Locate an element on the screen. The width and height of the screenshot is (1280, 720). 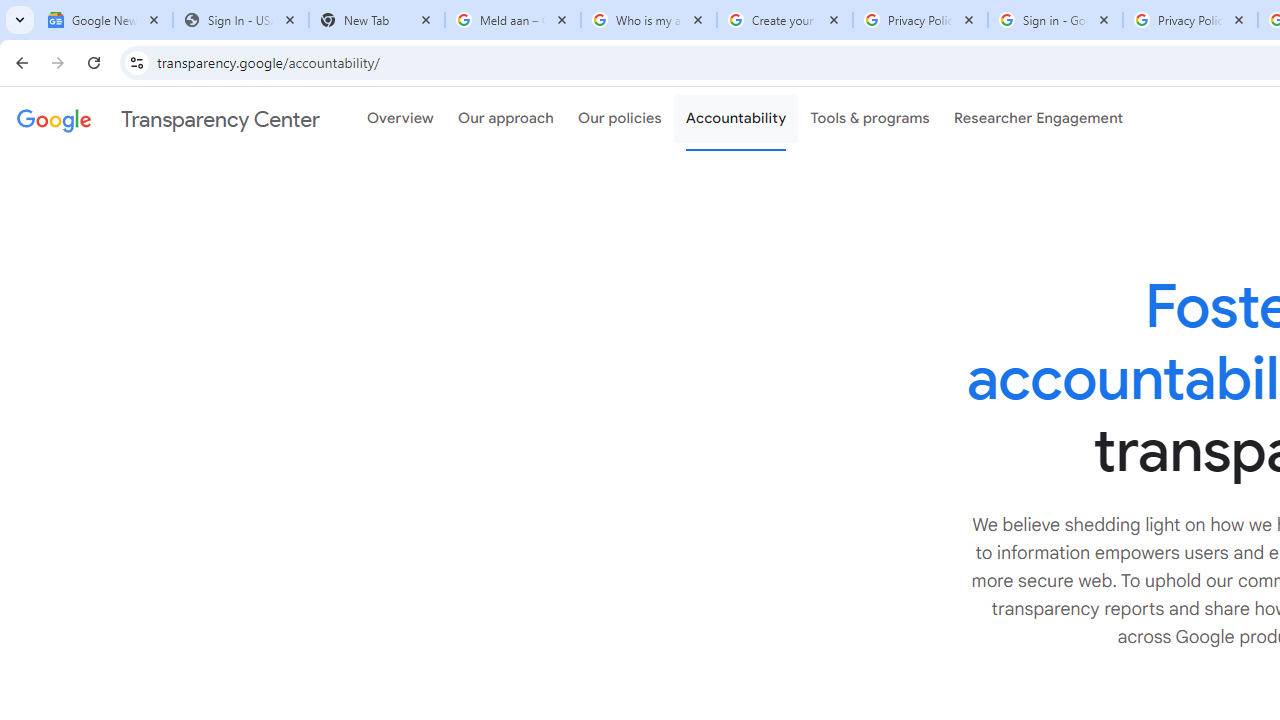
'Our policies' is located at coordinates (619, 119).